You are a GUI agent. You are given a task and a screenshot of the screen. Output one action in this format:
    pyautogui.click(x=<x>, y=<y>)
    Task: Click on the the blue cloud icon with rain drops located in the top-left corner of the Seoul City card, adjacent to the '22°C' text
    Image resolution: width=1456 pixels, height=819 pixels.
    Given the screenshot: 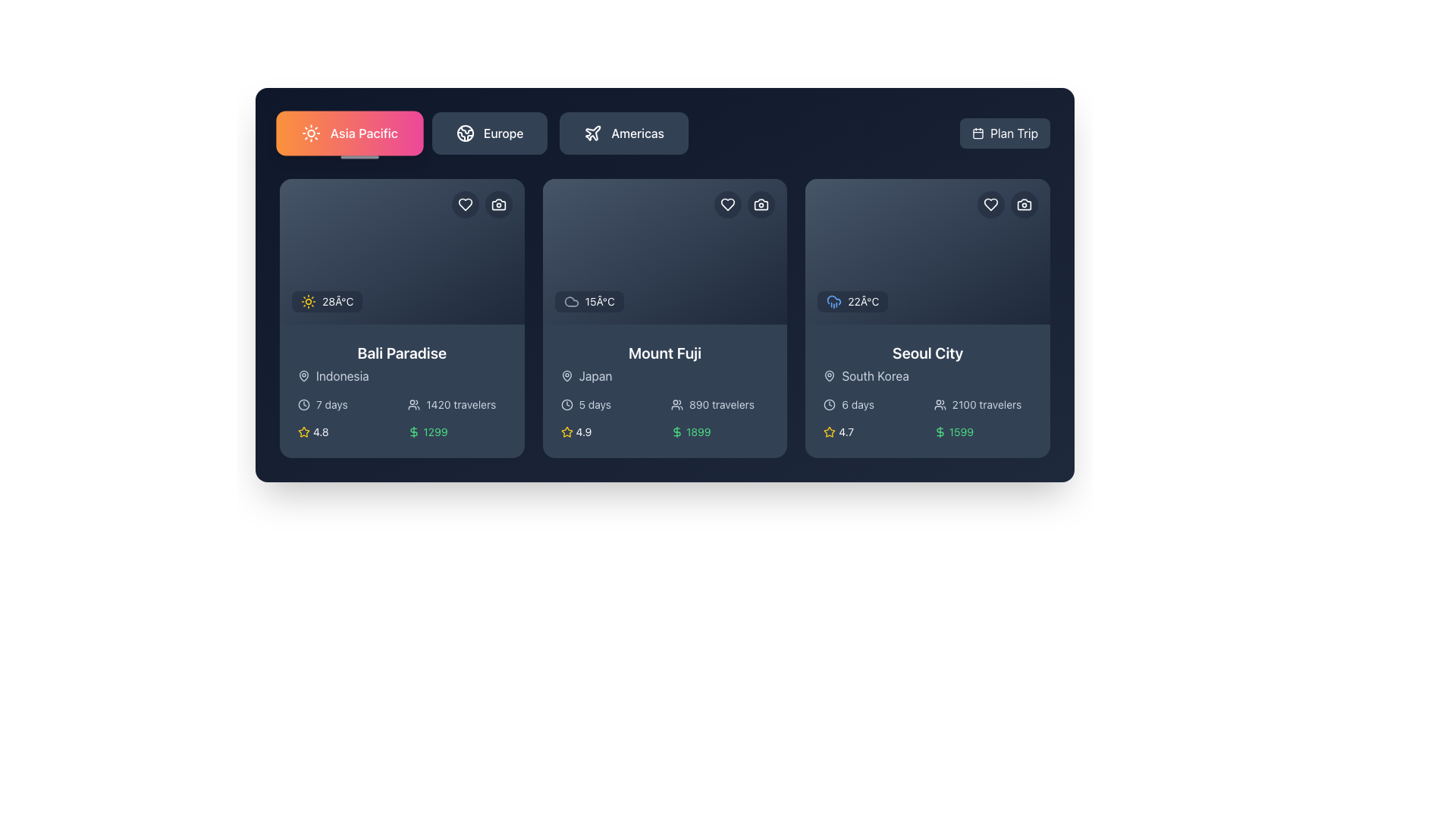 What is the action you would take?
    pyautogui.click(x=833, y=301)
    